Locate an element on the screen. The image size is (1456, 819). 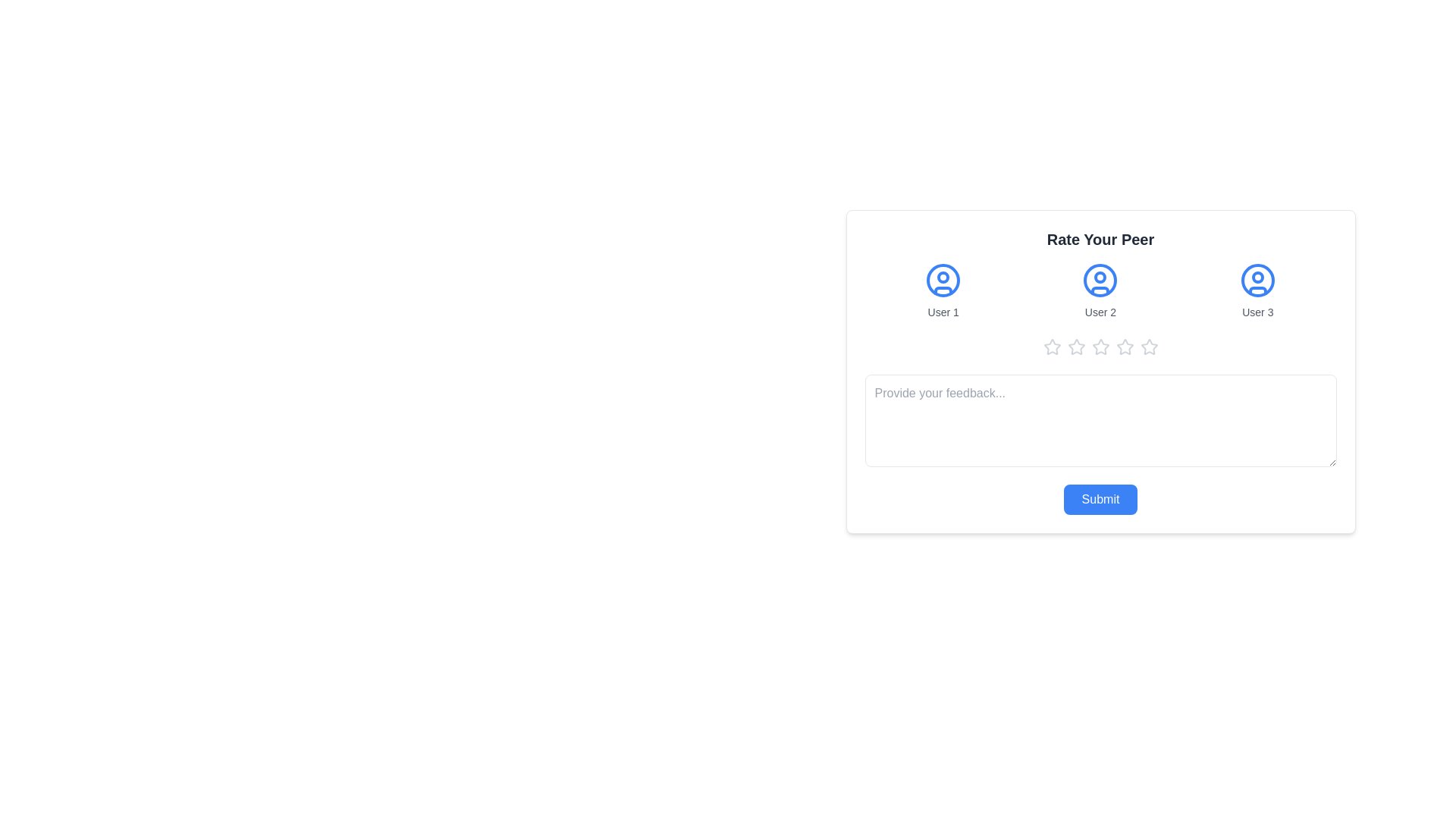
the avatar and label of User 1 is located at coordinates (943, 291).